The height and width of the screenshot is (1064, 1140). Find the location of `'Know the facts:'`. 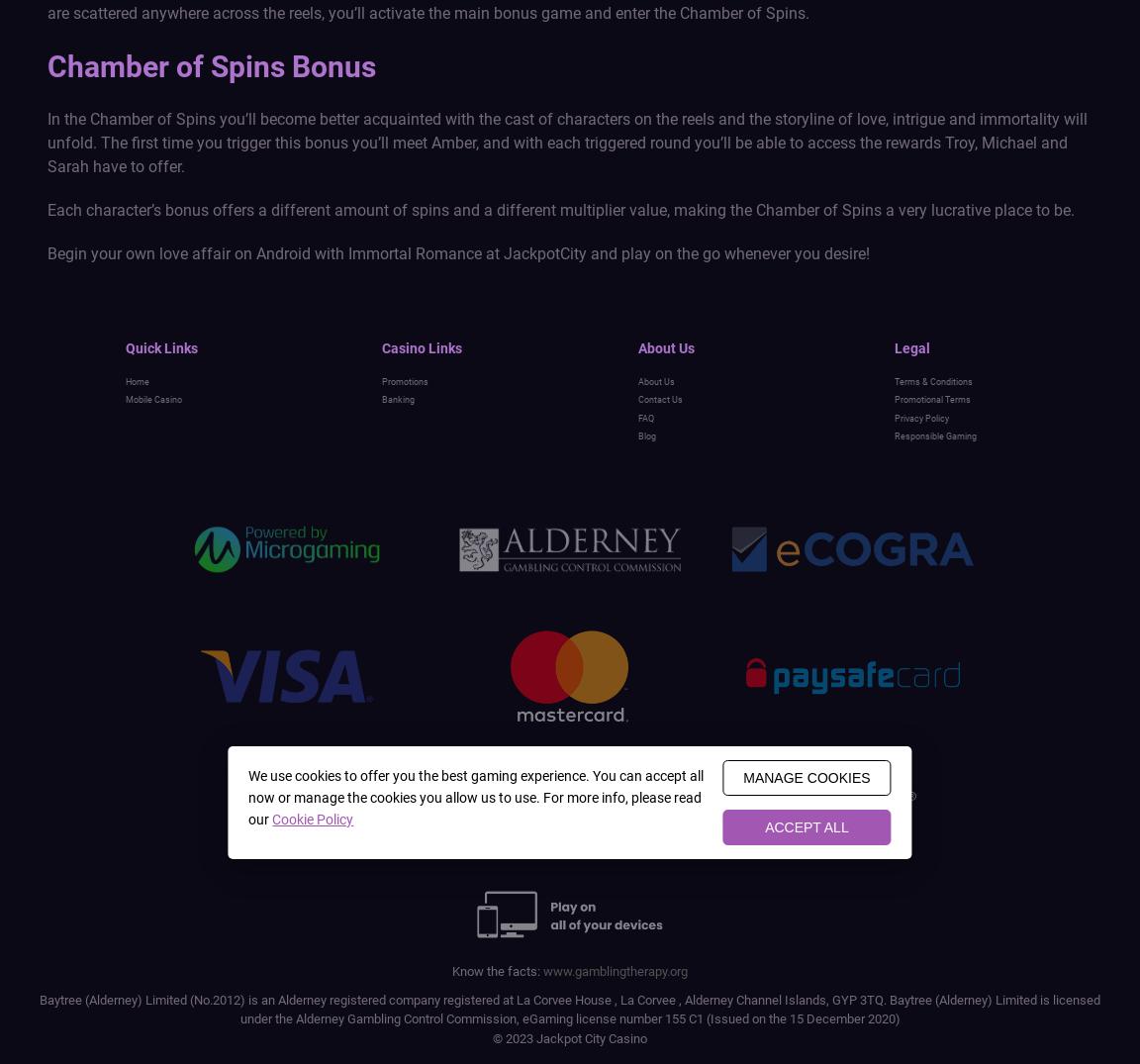

'Know the facts:' is located at coordinates (497, 970).